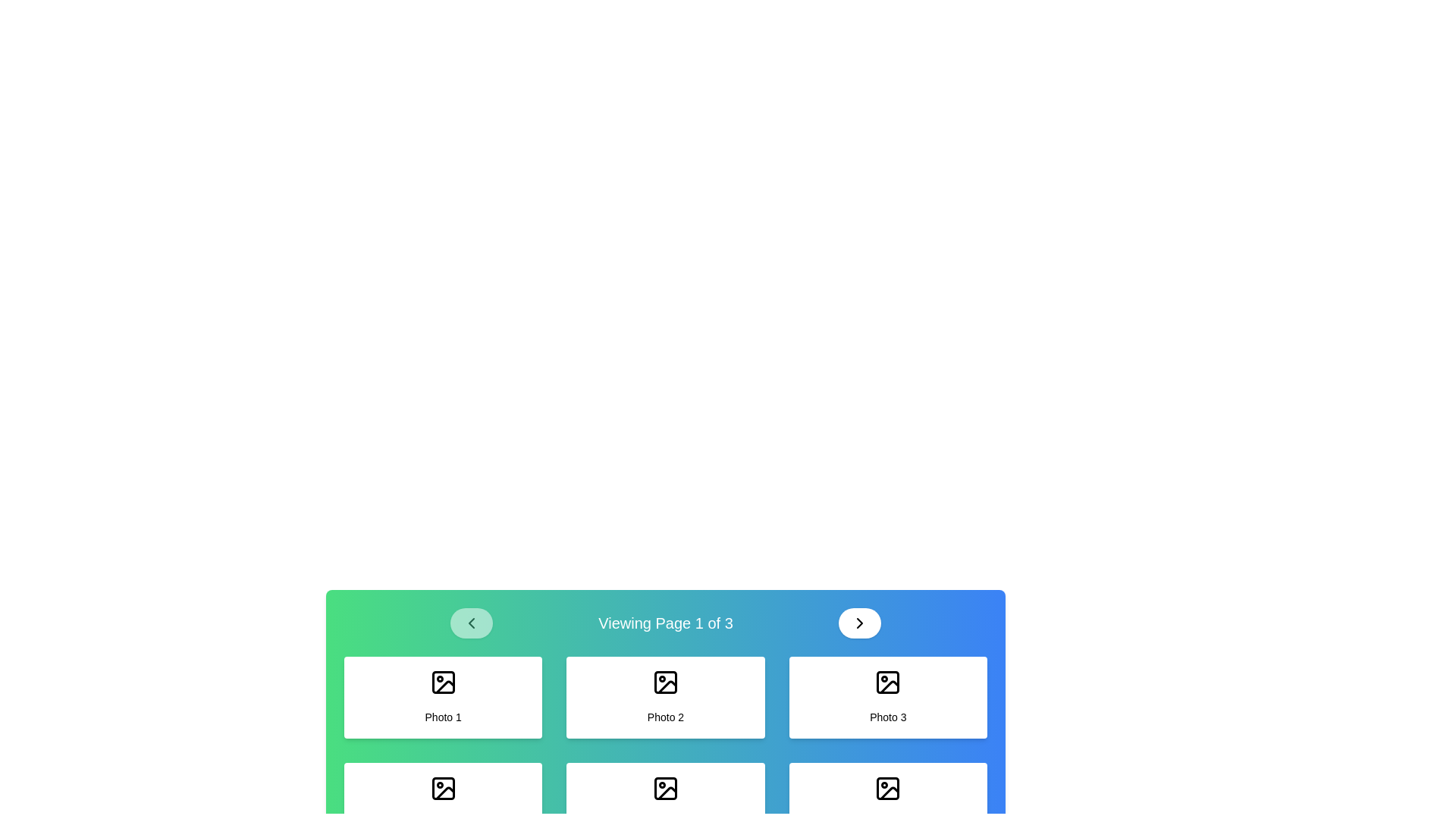  I want to click on the square line-art photo icon located in the center card labeled 'Photo 2' on a white background, so click(666, 681).